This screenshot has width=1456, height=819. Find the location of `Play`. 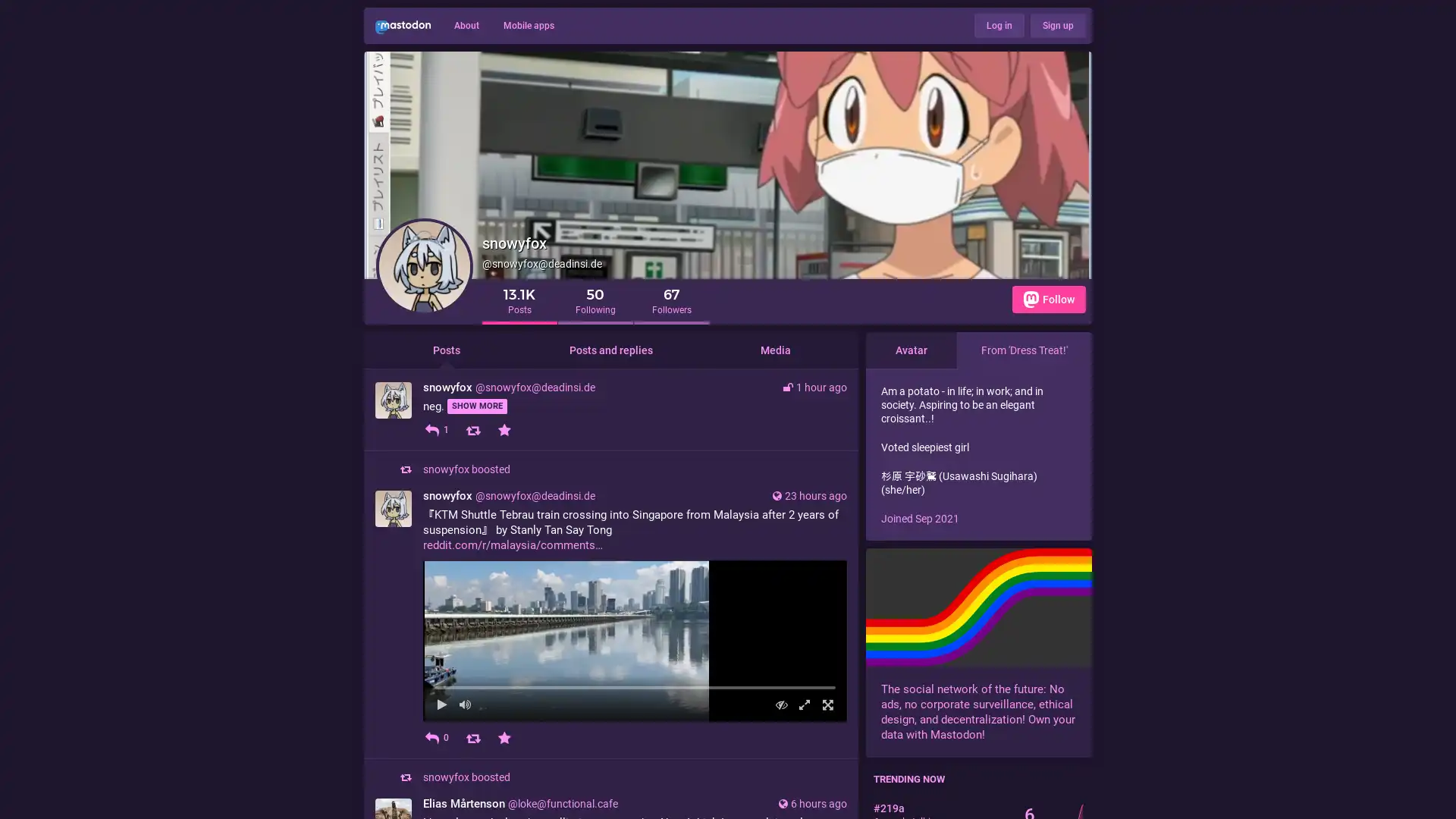

Play is located at coordinates (441, 781).